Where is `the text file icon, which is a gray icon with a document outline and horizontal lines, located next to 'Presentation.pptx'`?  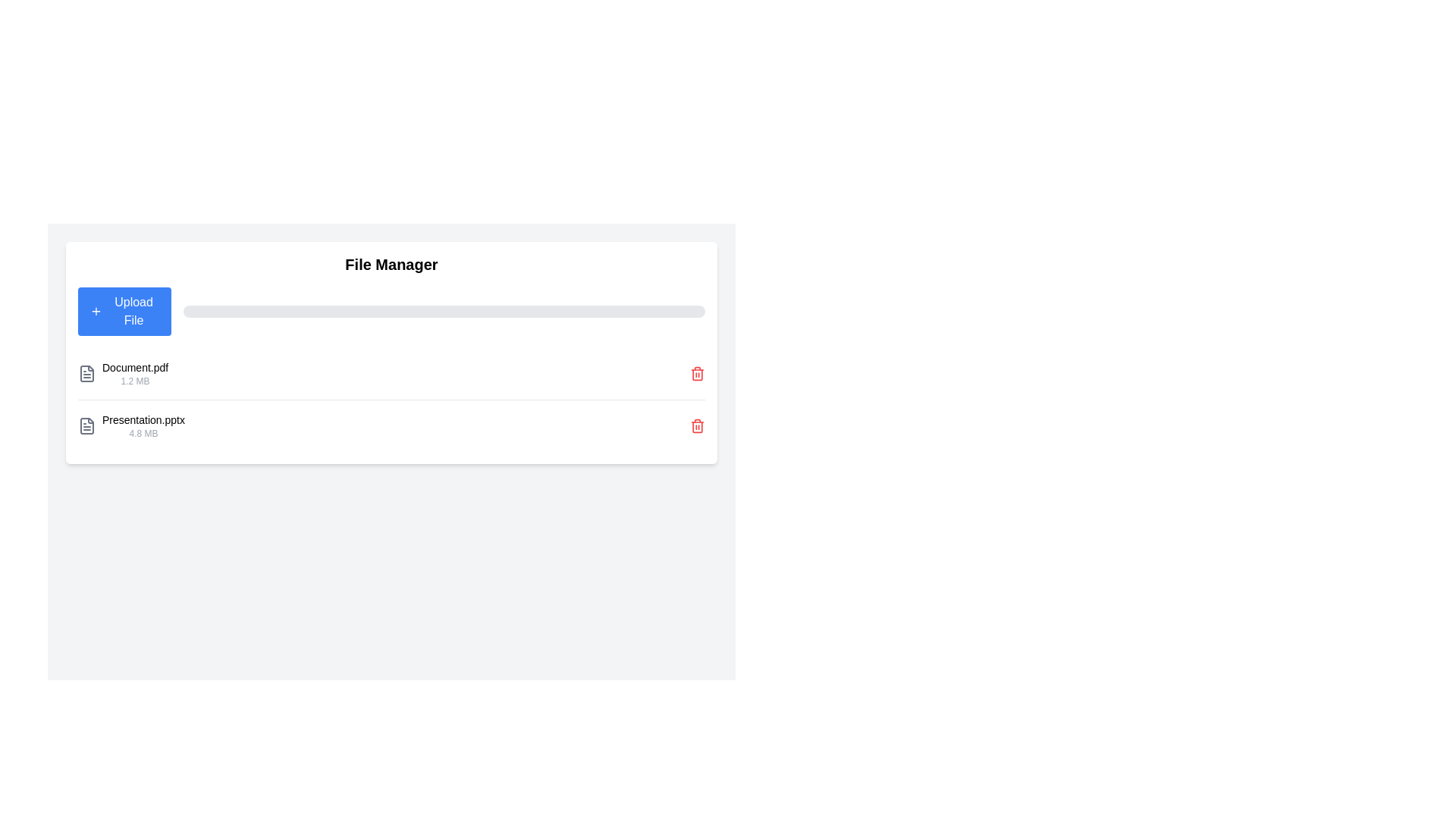
the text file icon, which is a gray icon with a document outline and horizontal lines, located next to 'Presentation.pptx' is located at coordinates (86, 426).